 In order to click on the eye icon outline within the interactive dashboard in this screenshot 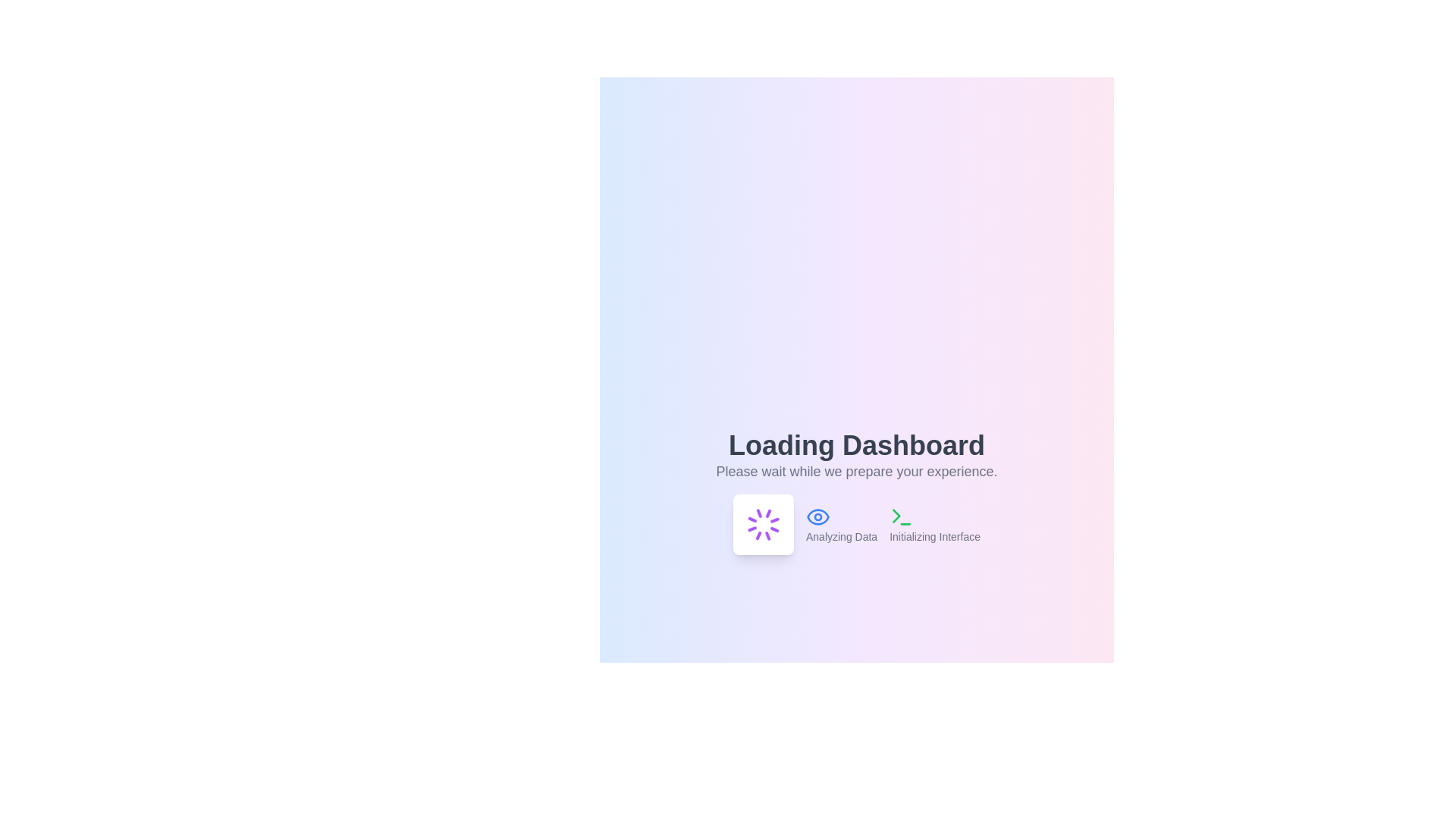, I will do `click(817, 516)`.